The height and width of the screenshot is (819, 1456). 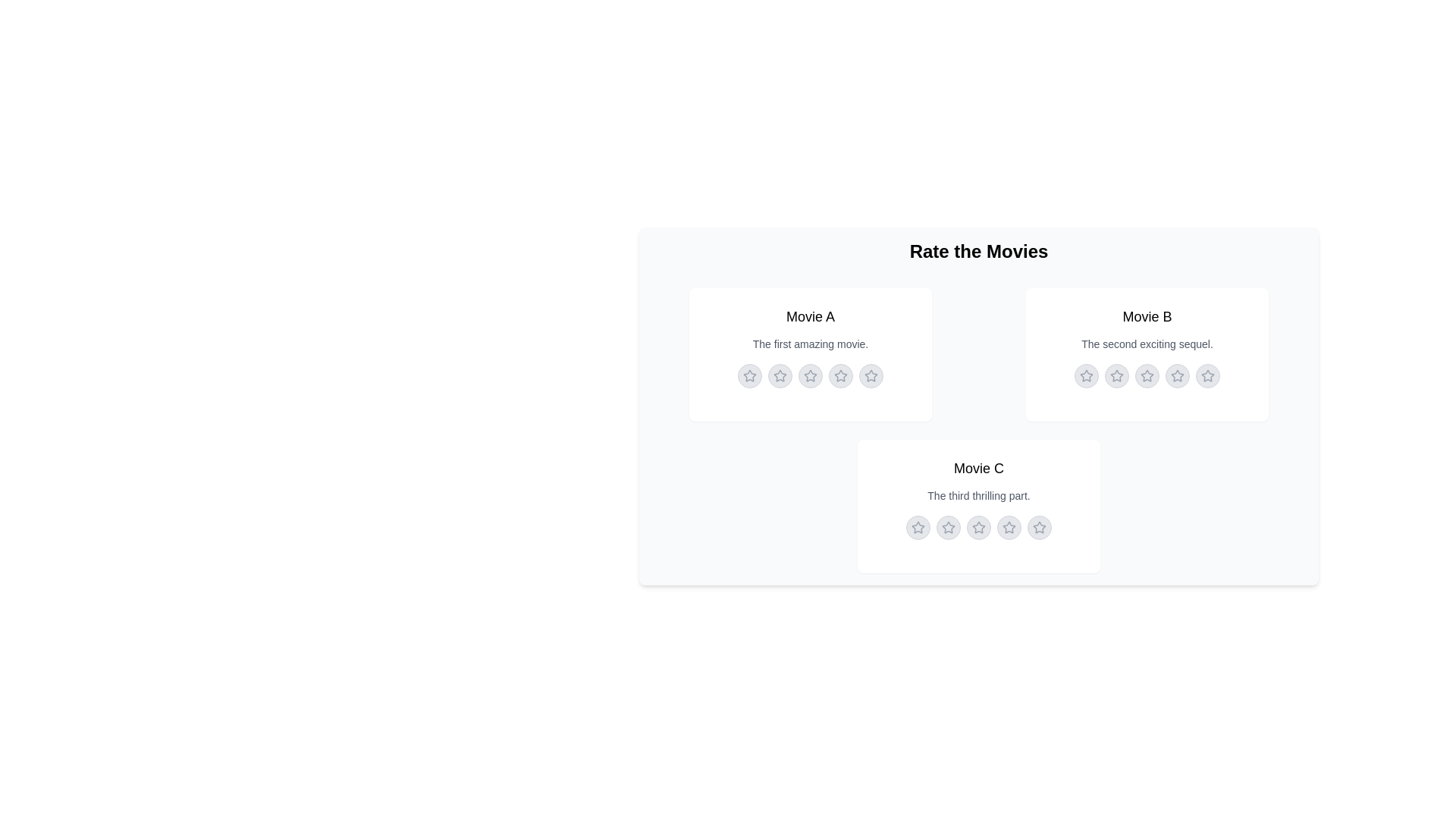 What do you see at coordinates (1207, 375) in the screenshot?
I see `the fifth star icon in the rating system under 'Movie B' in the 'Rate the Movies' section` at bounding box center [1207, 375].